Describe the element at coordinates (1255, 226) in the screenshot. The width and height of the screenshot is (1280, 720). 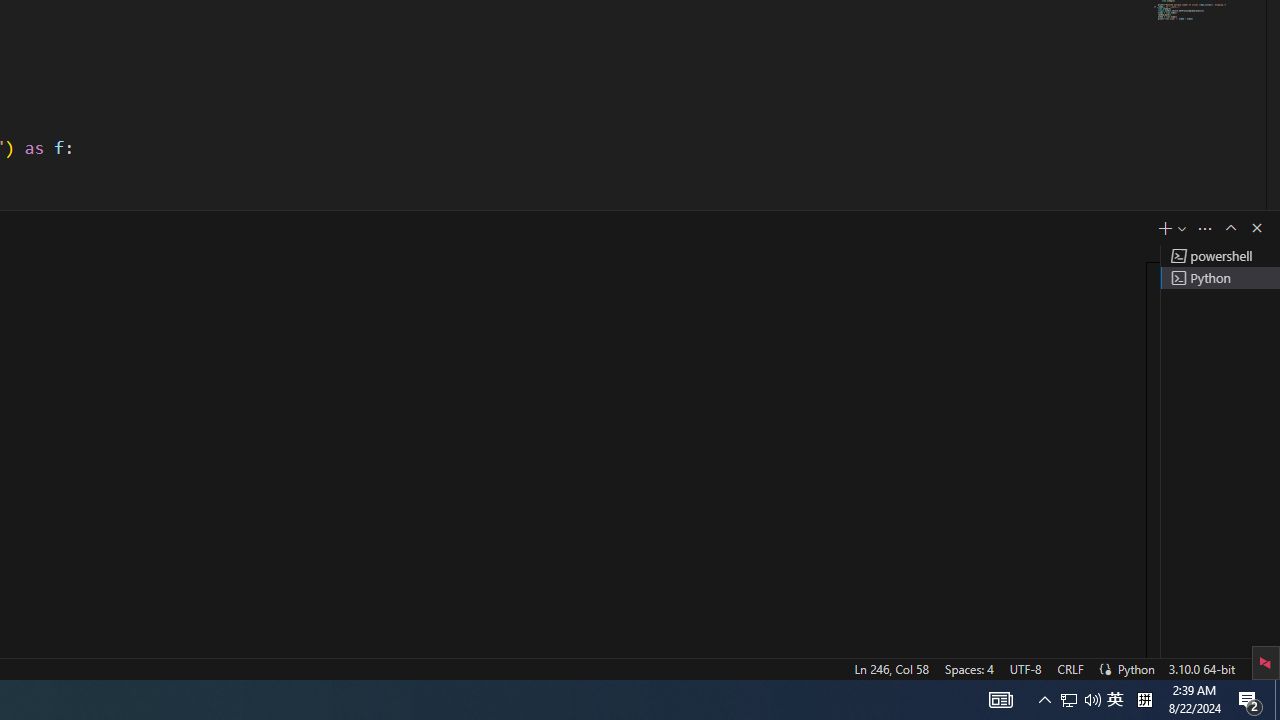
I see `'Hide Panel'` at that location.